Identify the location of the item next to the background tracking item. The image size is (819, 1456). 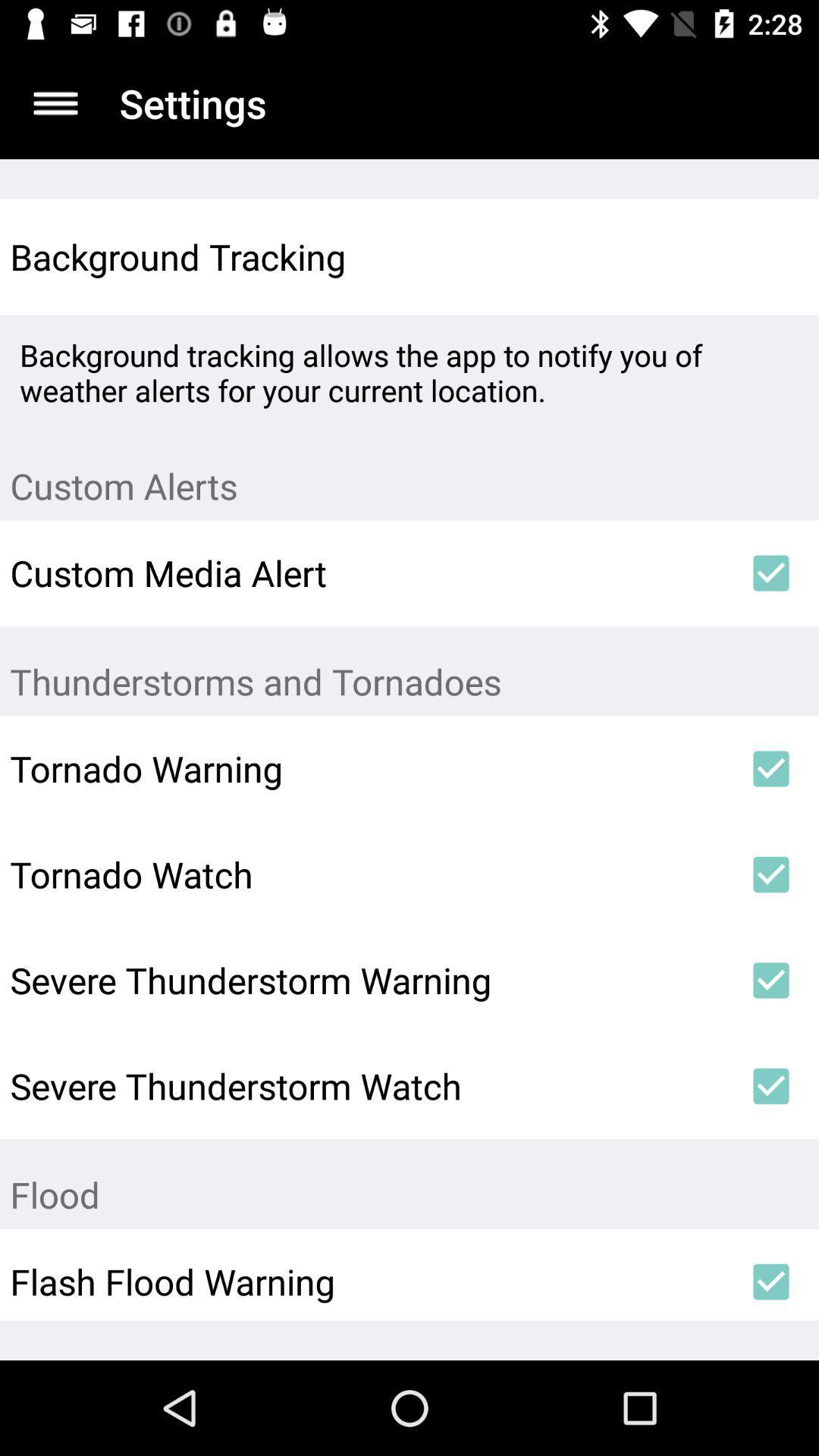
(771, 257).